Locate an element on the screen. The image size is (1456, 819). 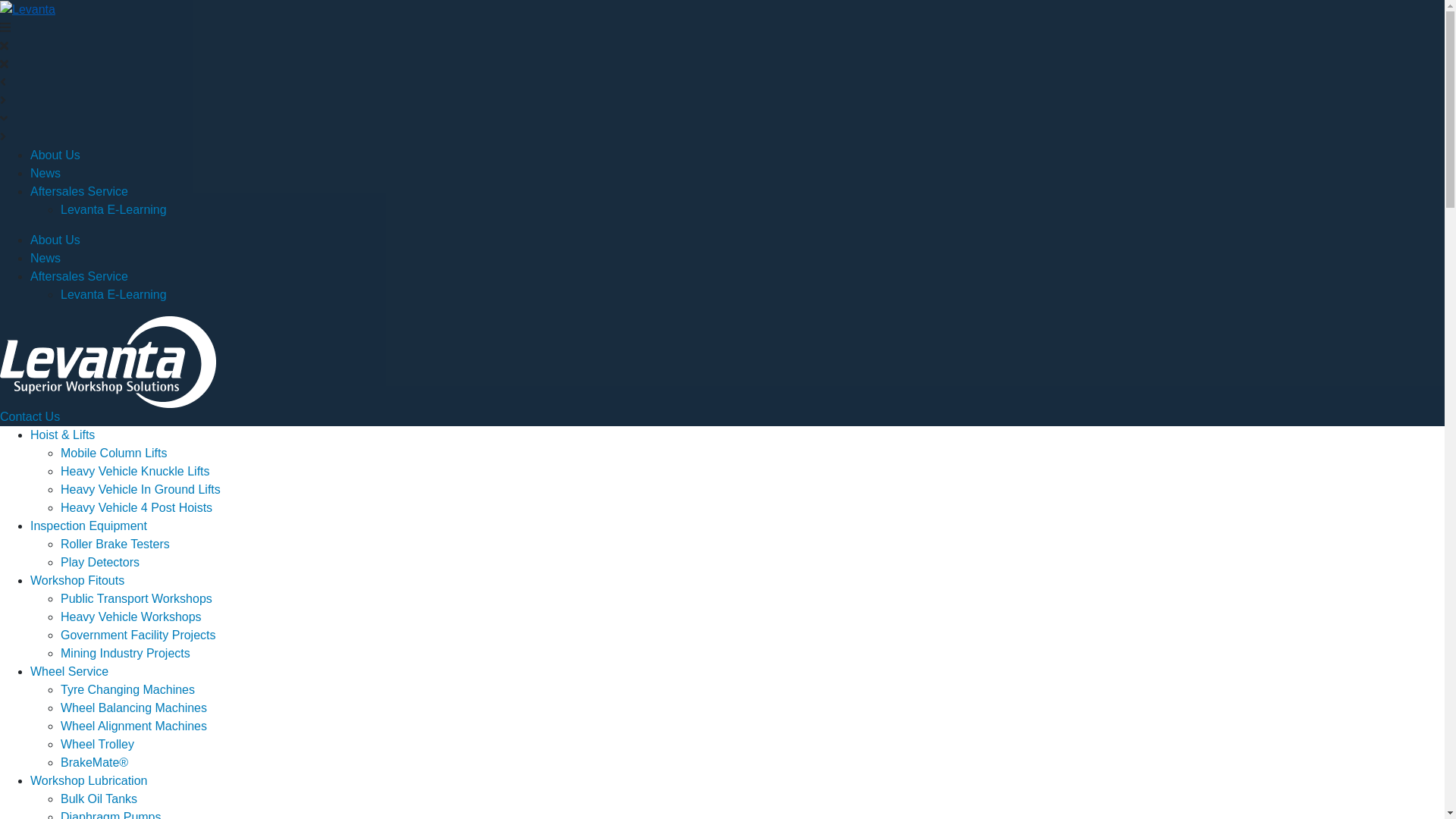
'Inspection Equipment' is located at coordinates (87, 525).